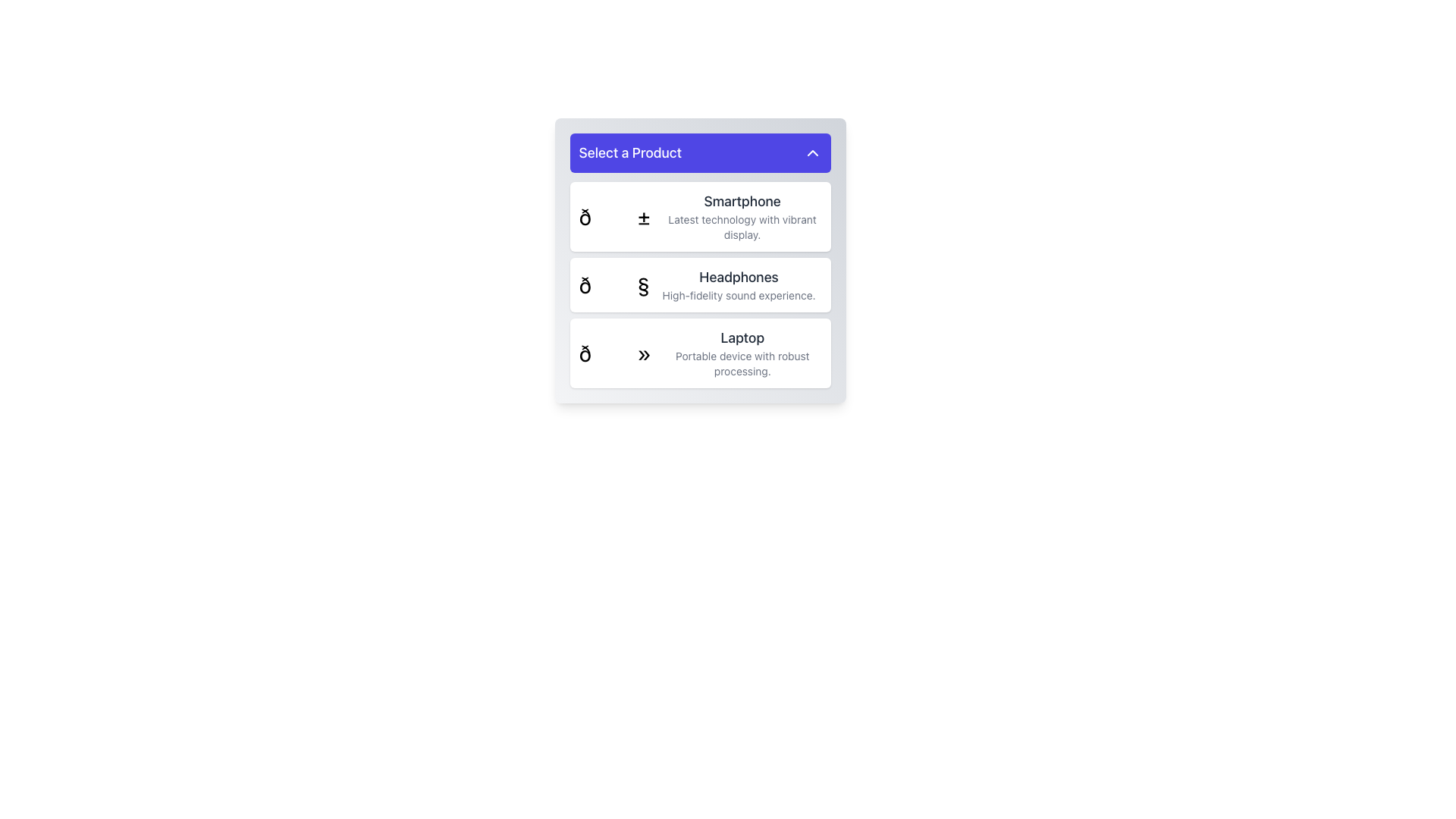  Describe the element at coordinates (811, 152) in the screenshot. I see `the chevron icon located at the far right of the purple header 'Select a Product'` at that location.